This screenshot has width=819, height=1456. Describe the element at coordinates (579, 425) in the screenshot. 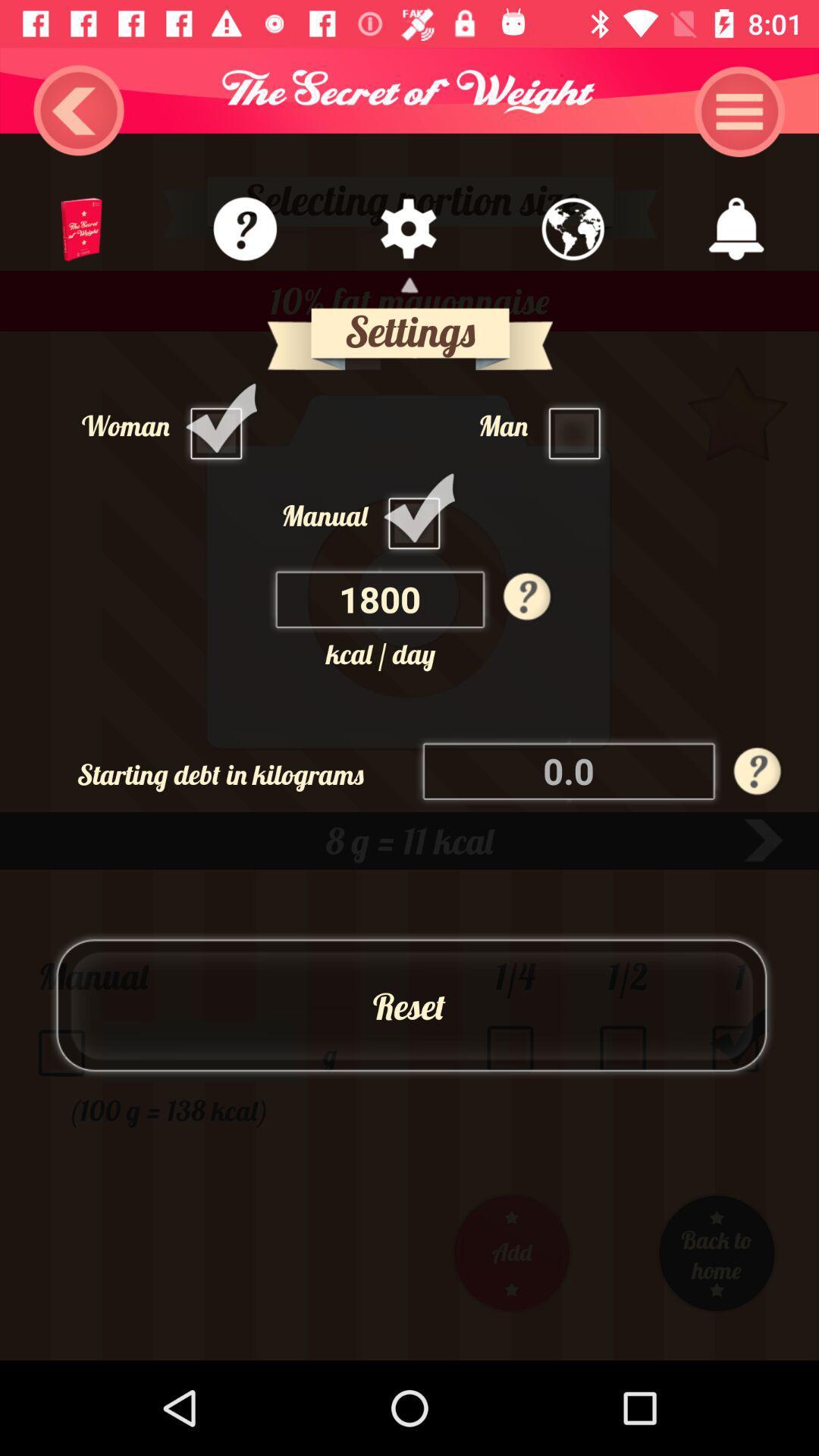

I see `your gender option` at that location.